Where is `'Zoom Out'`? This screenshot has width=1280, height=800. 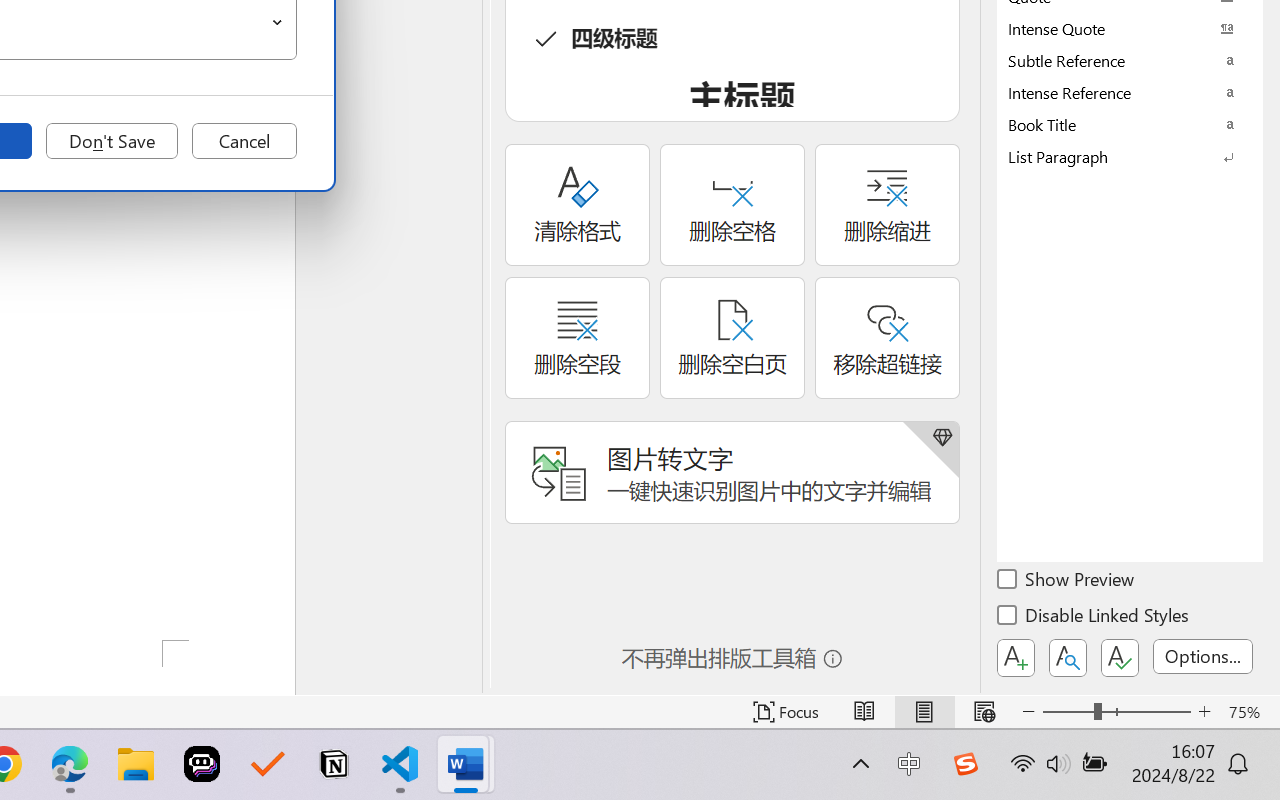
'Zoom Out' is located at coordinates (1067, 711).